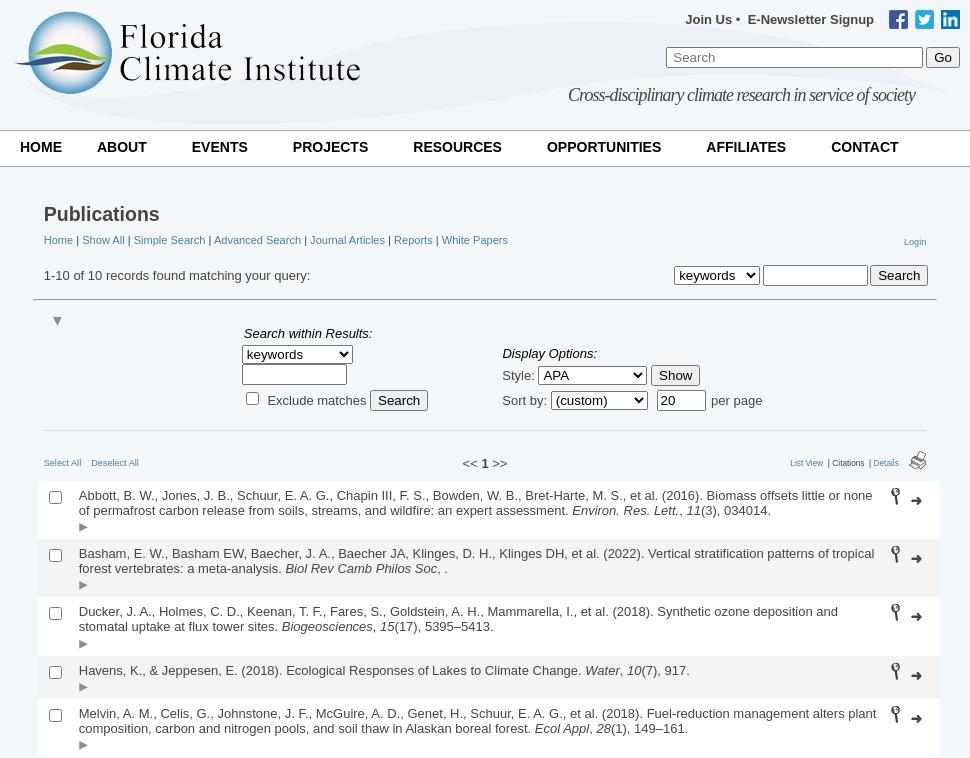 The width and height of the screenshot is (970, 758). I want to click on 'Ecol Appl', so click(560, 727).